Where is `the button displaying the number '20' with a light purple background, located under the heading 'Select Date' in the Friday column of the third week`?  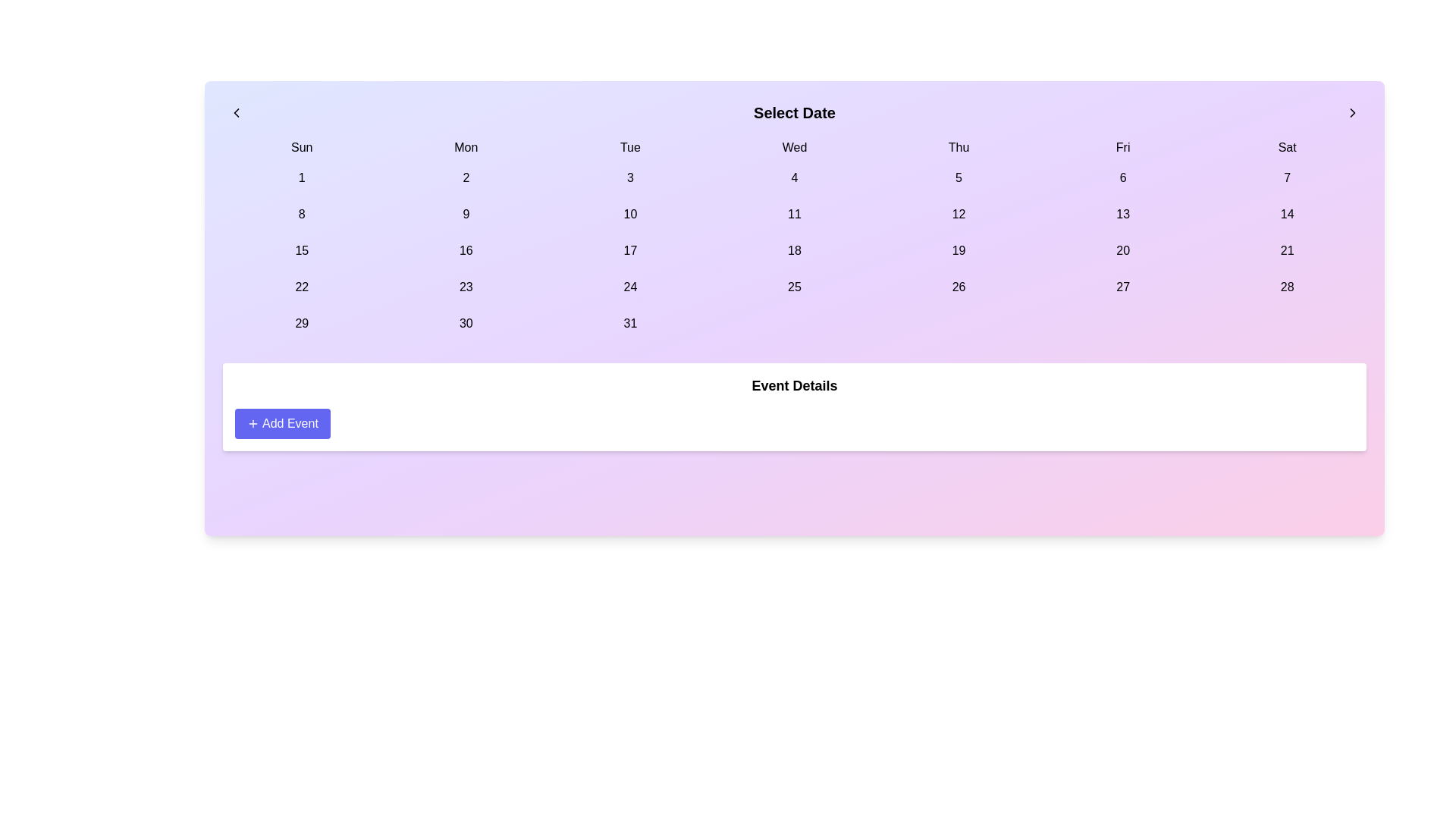
the button displaying the number '20' with a light purple background, located under the heading 'Select Date' in the Friday column of the third week is located at coordinates (1123, 250).